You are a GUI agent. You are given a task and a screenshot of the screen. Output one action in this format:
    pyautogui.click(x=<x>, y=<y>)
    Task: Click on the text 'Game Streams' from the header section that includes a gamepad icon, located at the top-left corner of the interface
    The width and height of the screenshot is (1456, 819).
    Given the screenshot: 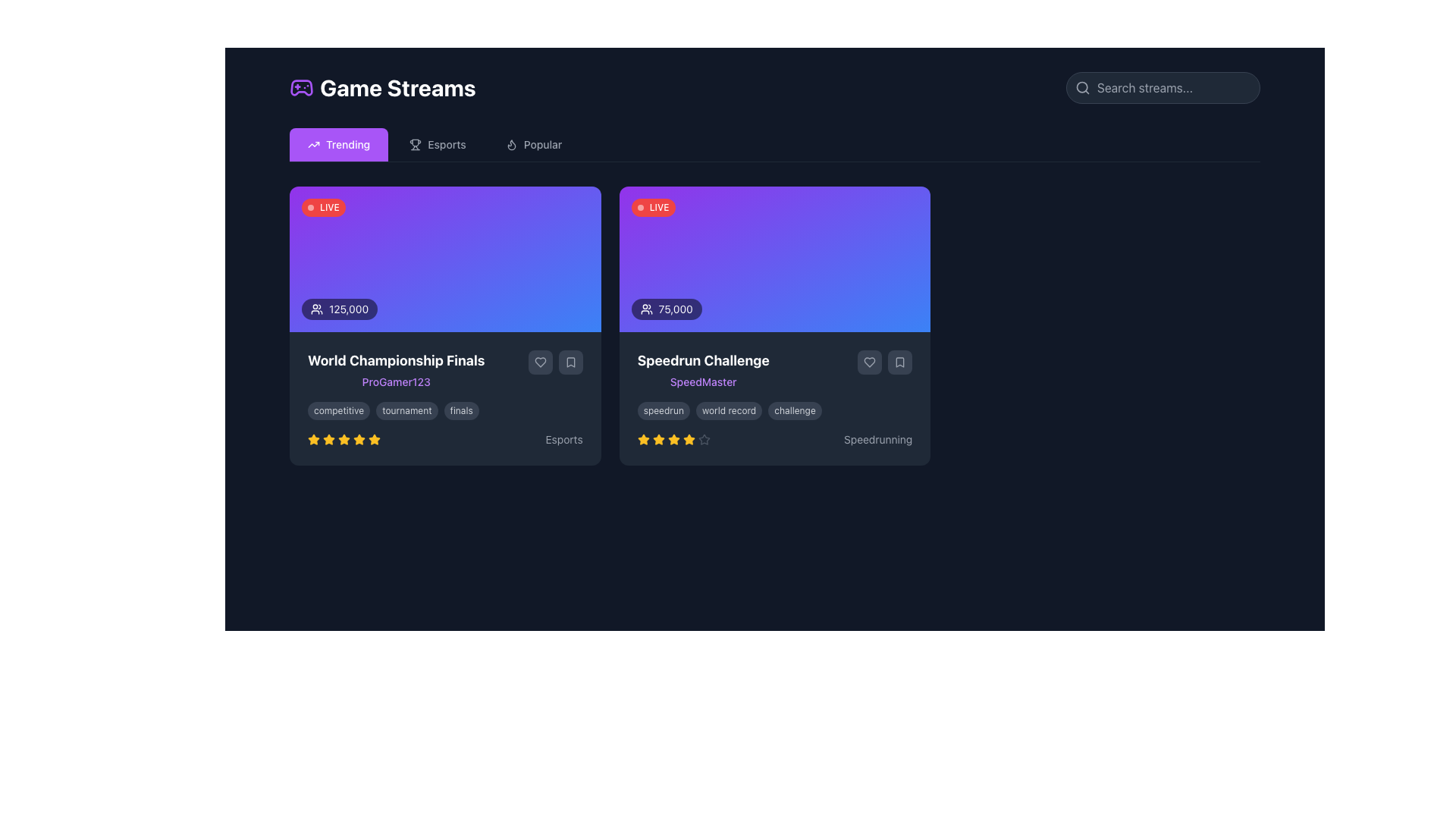 What is the action you would take?
    pyautogui.click(x=382, y=87)
    